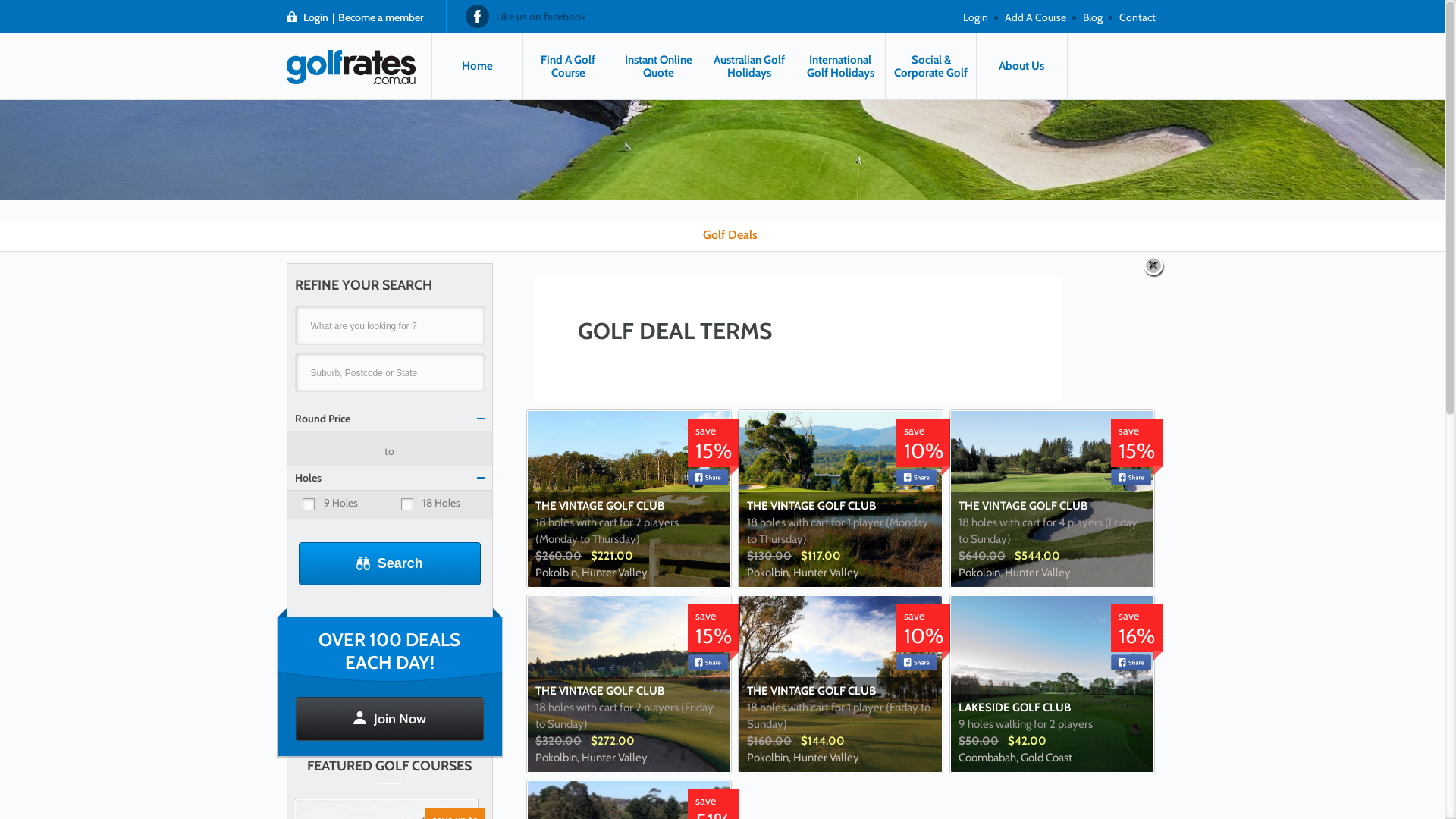 The image size is (1456, 819). I want to click on 'Login', so click(959, 15).